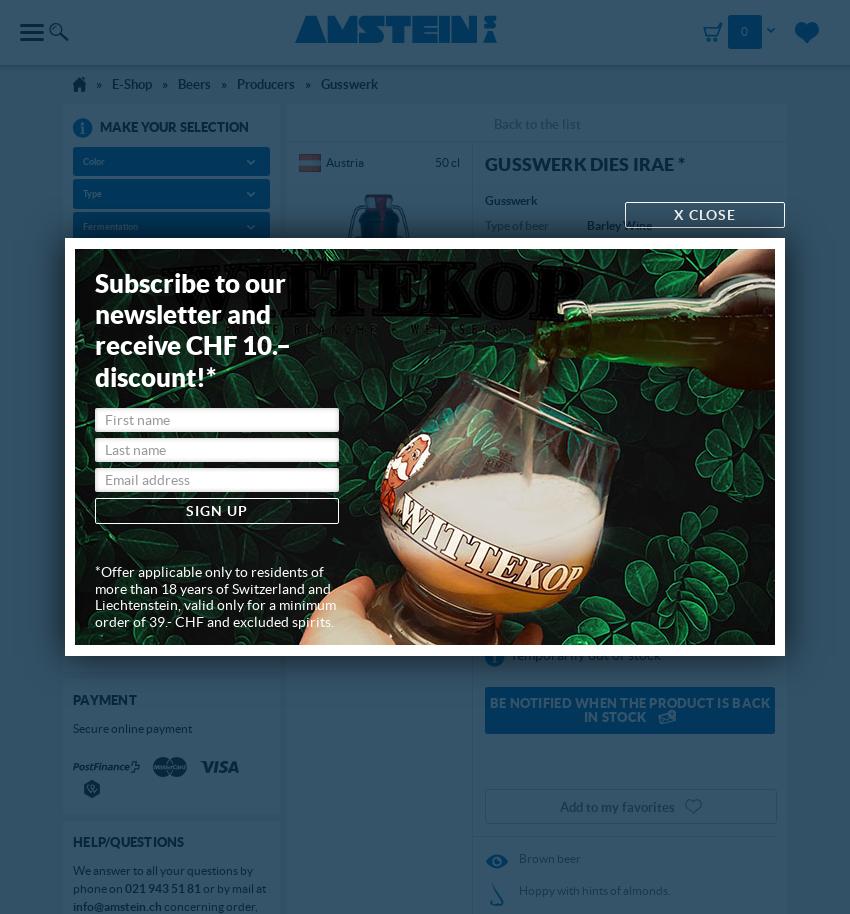  I want to click on 'Country', so click(98, 257).